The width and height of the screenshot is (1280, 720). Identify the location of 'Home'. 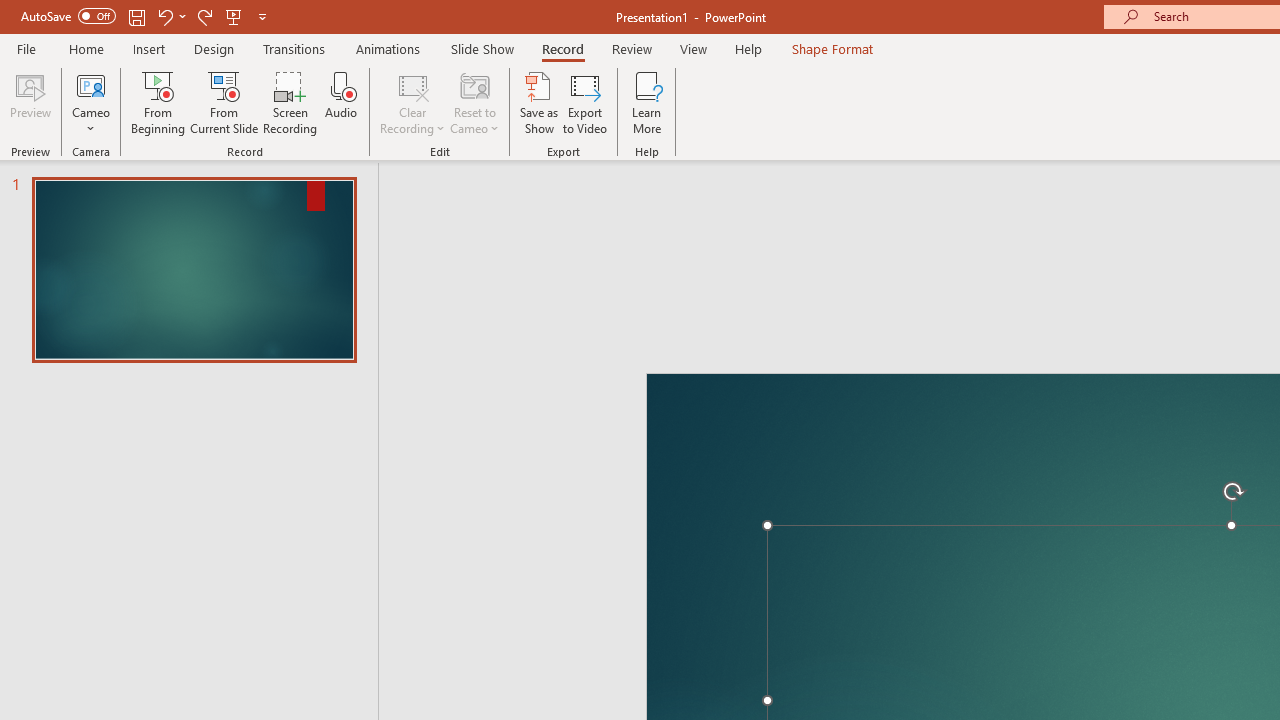
(85, 48).